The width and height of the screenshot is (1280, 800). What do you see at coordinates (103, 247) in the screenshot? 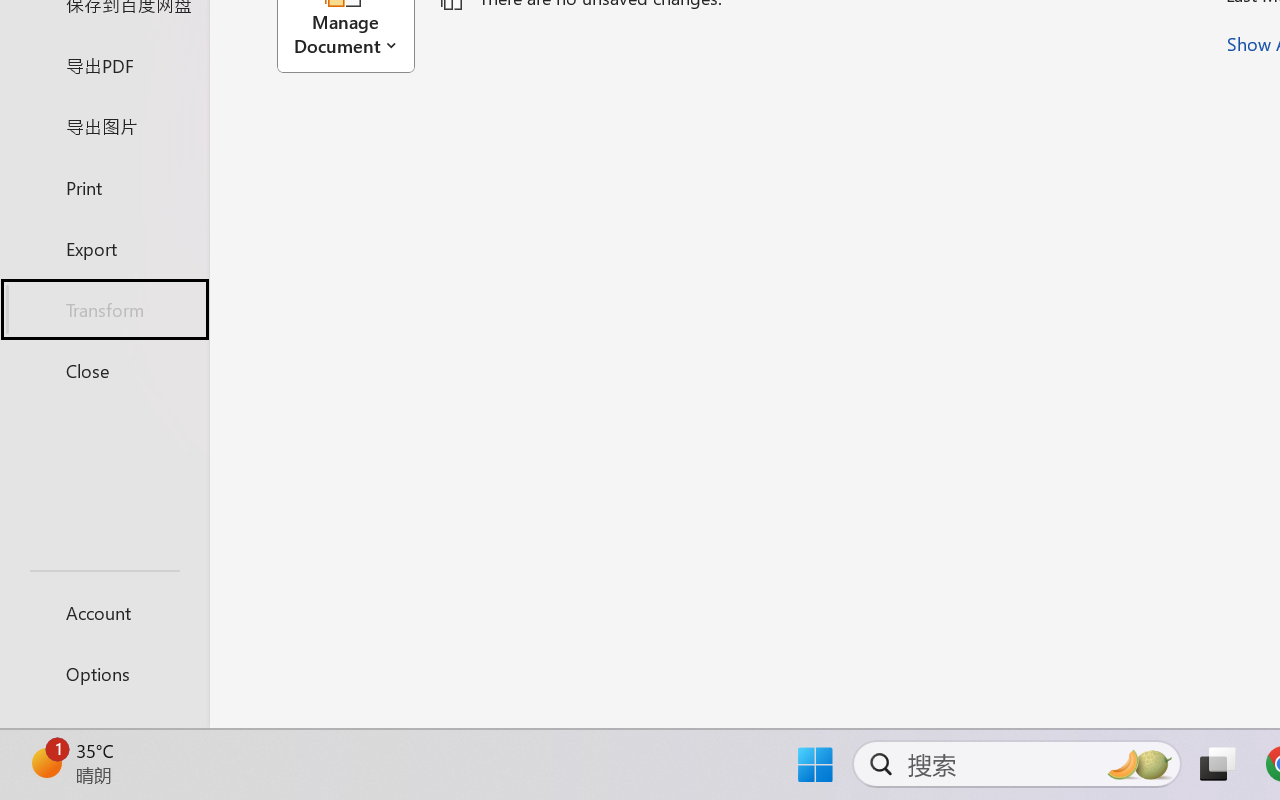
I see `'Export'` at bounding box center [103, 247].